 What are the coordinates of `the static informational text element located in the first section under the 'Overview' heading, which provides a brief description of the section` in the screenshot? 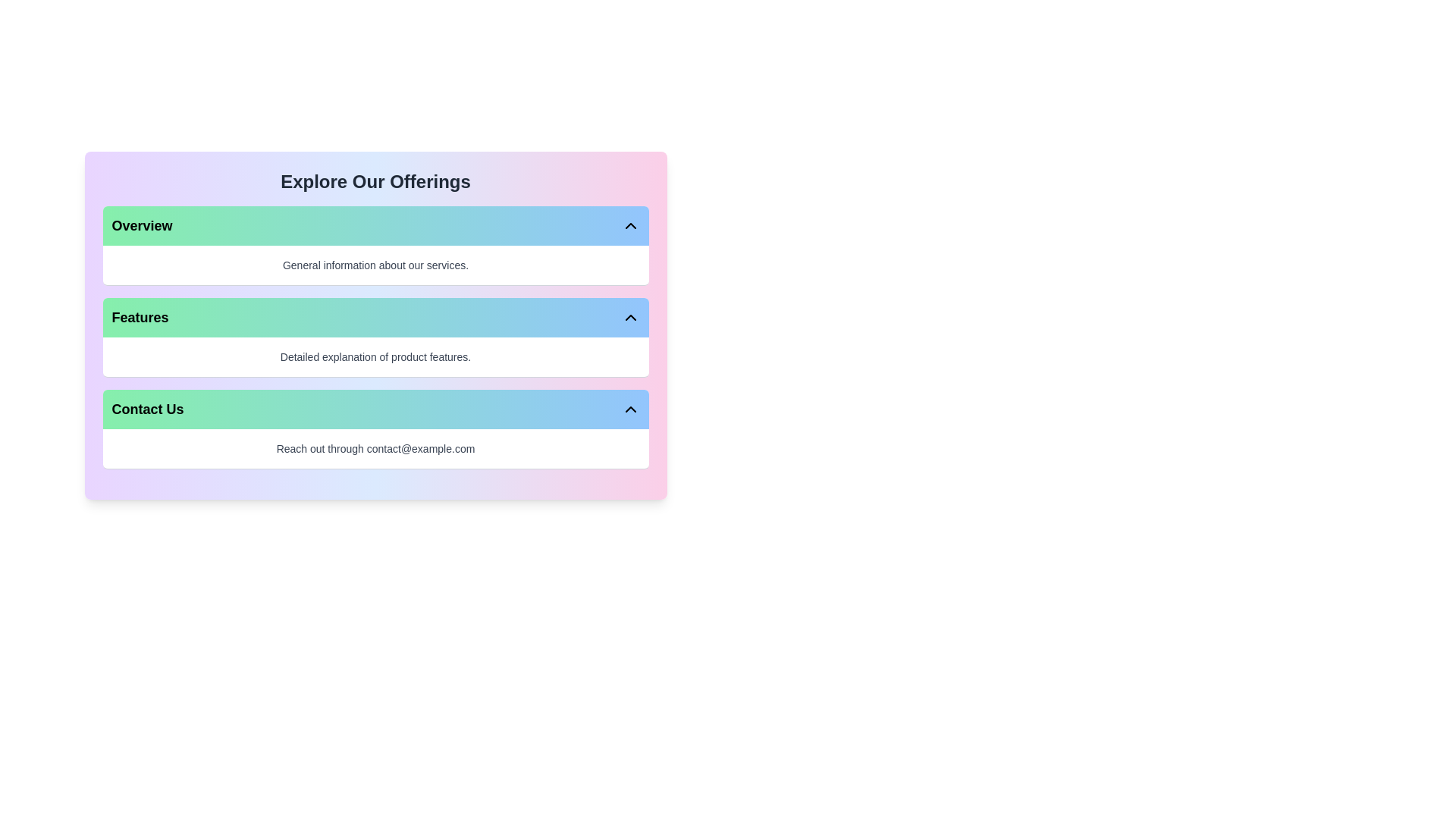 It's located at (375, 265).